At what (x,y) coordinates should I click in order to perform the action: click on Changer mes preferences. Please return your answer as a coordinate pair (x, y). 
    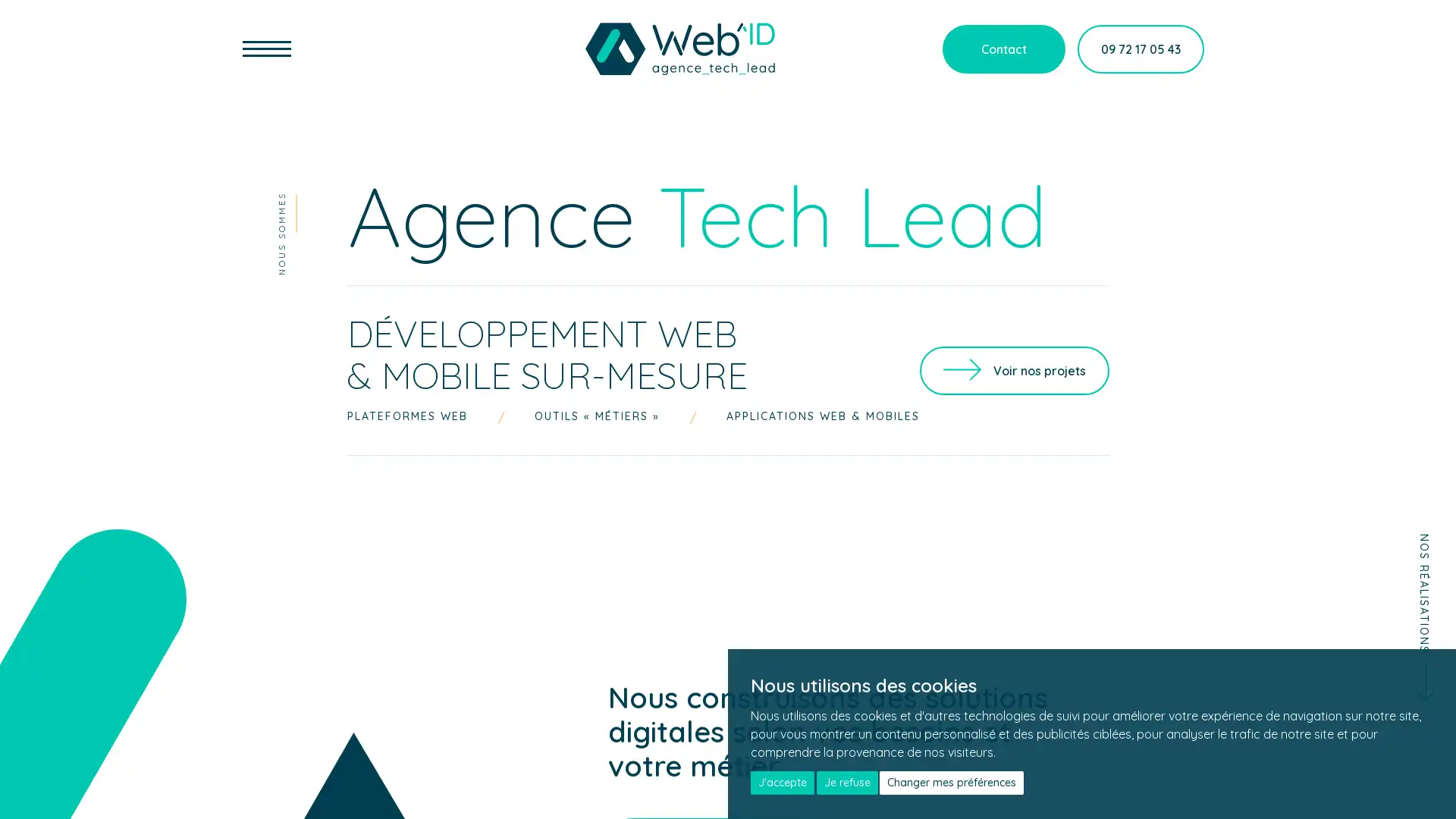
    Looking at the image, I should click on (950, 782).